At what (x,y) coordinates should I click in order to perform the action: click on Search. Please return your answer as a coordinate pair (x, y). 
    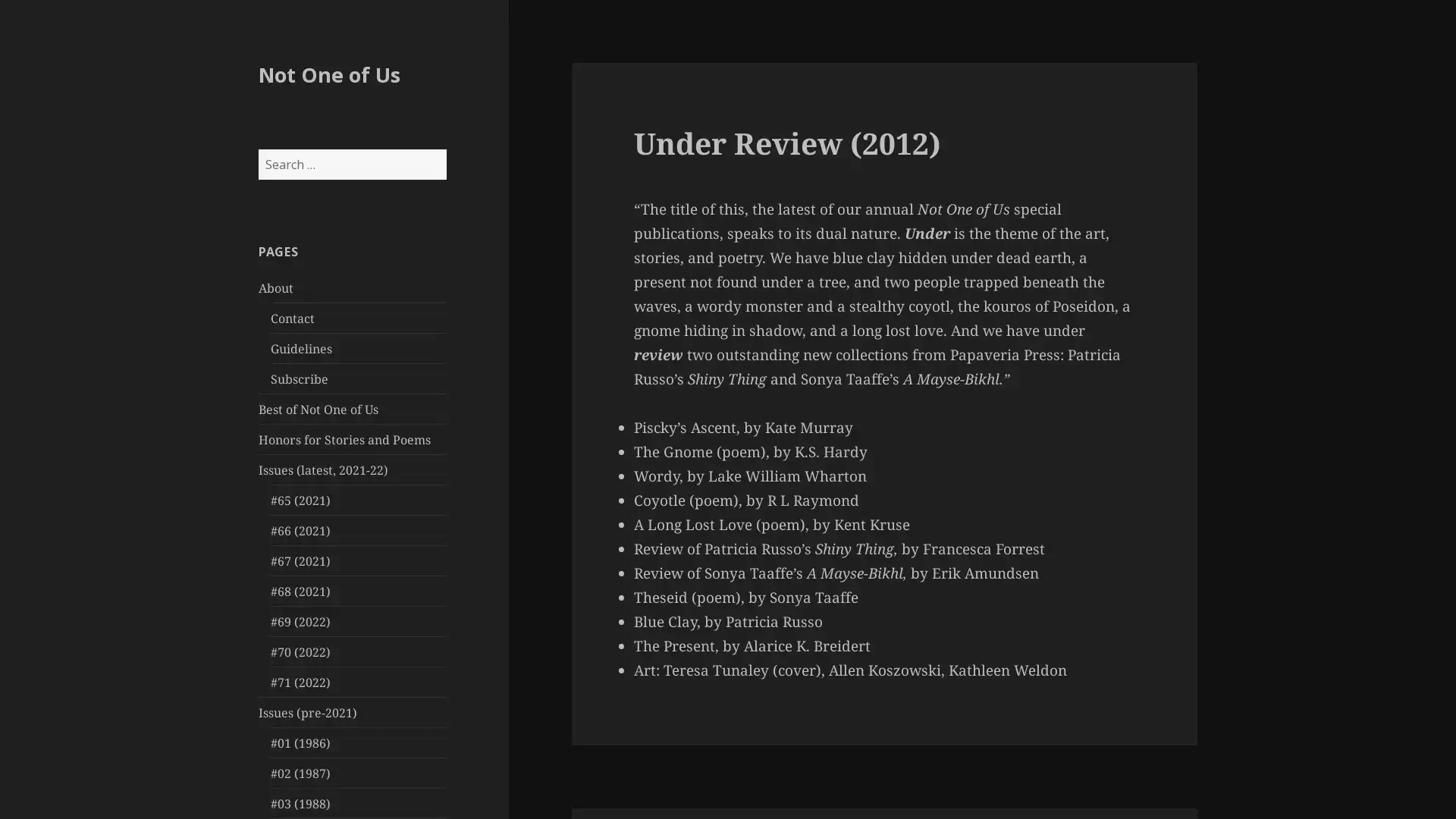
    Looking at the image, I should click on (444, 149).